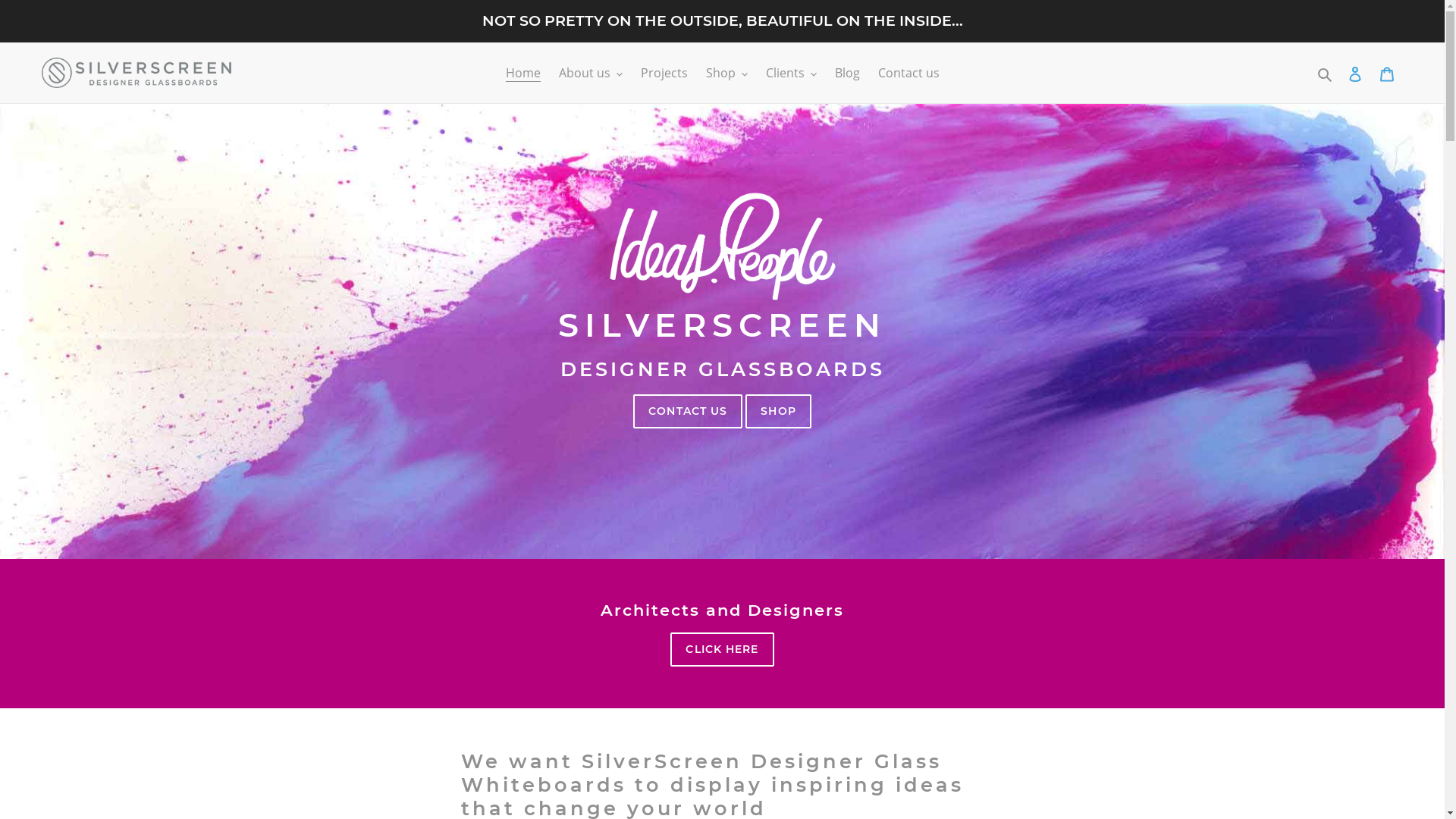 Image resolution: width=1456 pixels, height=819 pixels. I want to click on 'CLICK HERE', so click(720, 648).